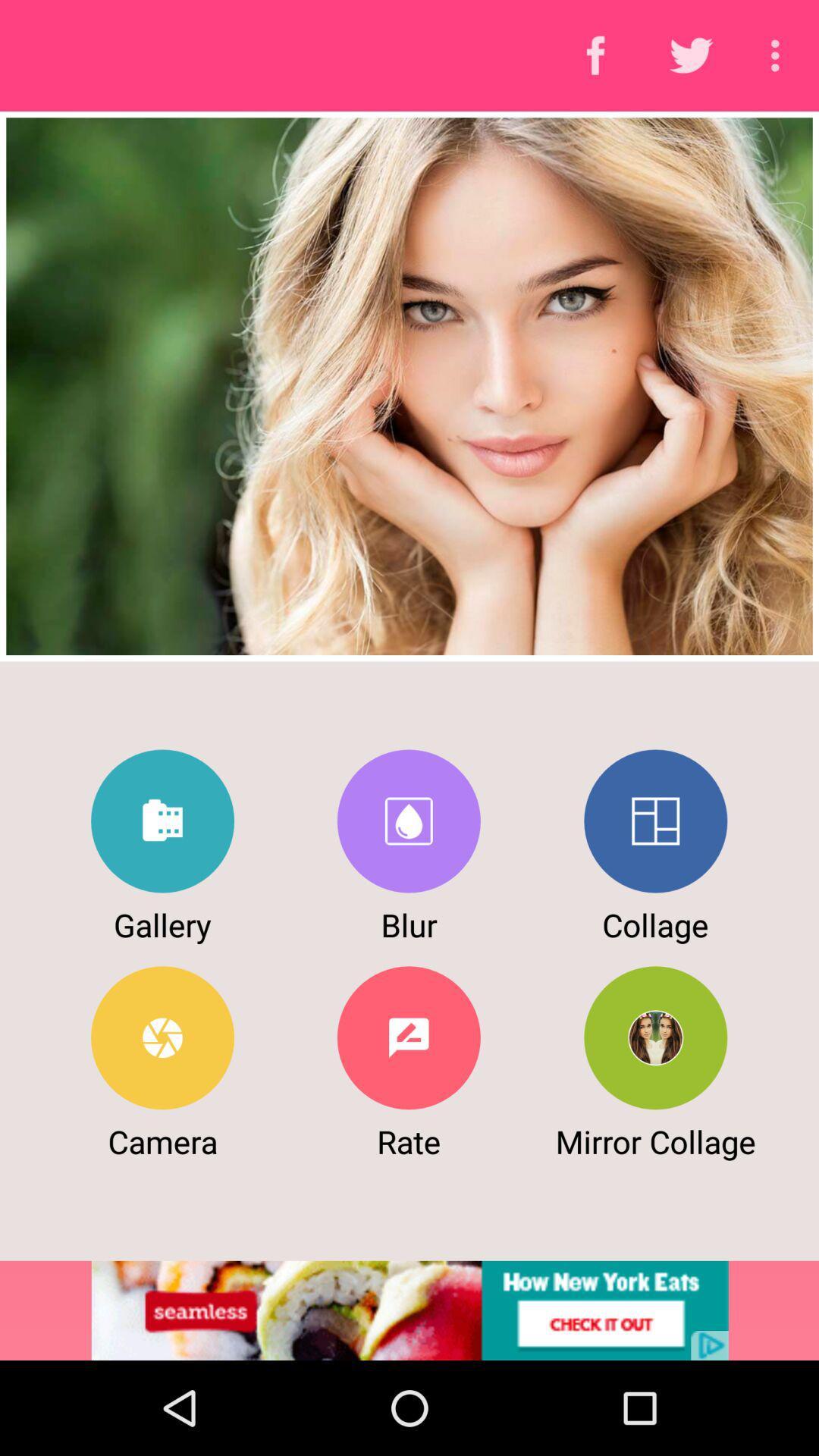 The width and height of the screenshot is (819, 1456). Describe the element at coordinates (409, 1310) in the screenshot. I see `open advertisements` at that location.